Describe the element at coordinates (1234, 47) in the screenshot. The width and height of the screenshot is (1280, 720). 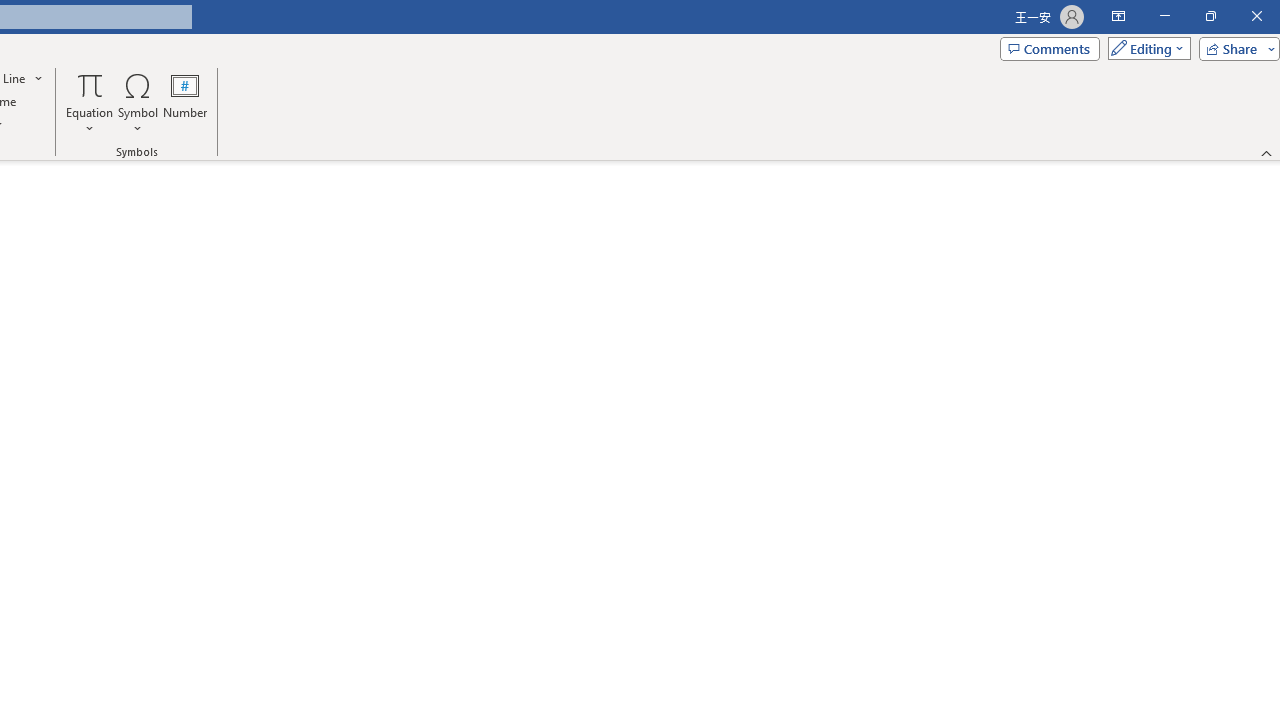
I see `'Share'` at that location.